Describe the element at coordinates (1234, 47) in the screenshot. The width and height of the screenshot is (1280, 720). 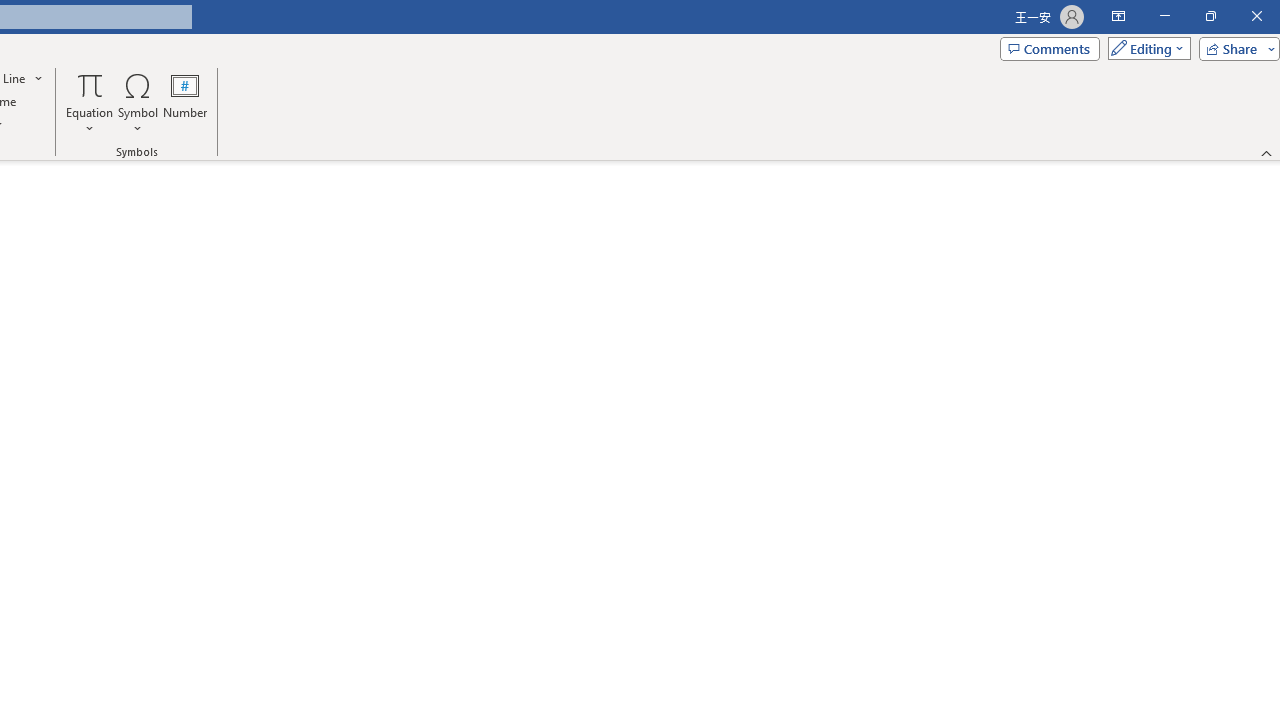
I see `'Share'` at that location.